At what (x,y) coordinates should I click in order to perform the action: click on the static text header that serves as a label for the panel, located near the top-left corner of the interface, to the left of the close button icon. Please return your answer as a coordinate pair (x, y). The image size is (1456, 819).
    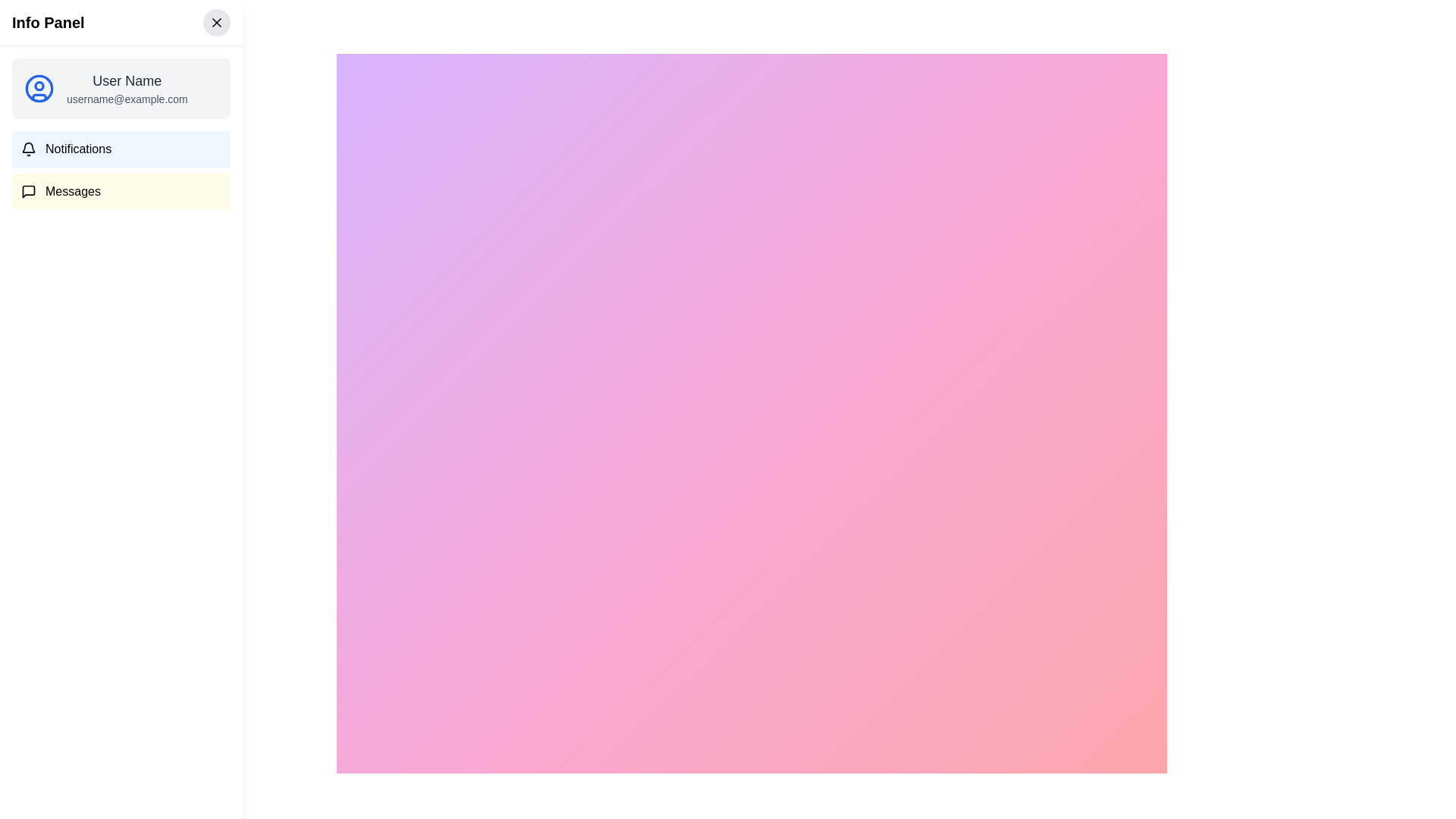
    Looking at the image, I should click on (48, 23).